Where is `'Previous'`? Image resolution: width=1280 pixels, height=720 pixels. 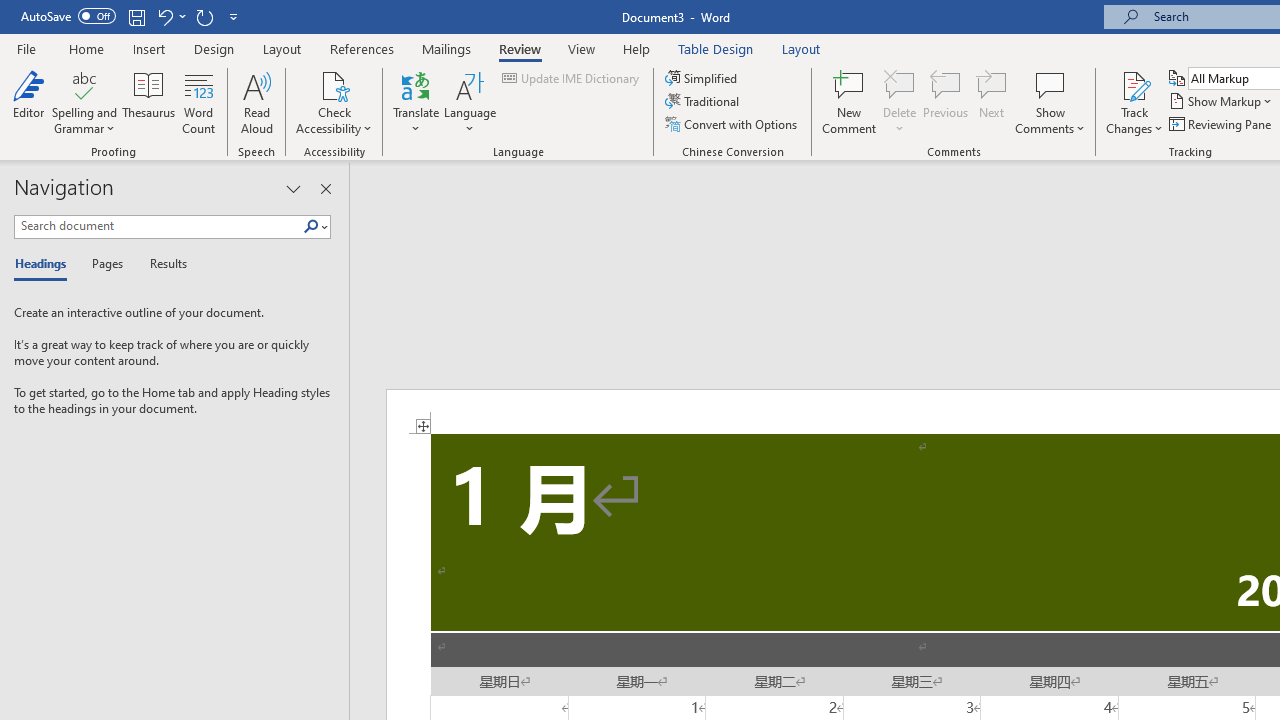
'Previous' is located at coordinates (945, 103).